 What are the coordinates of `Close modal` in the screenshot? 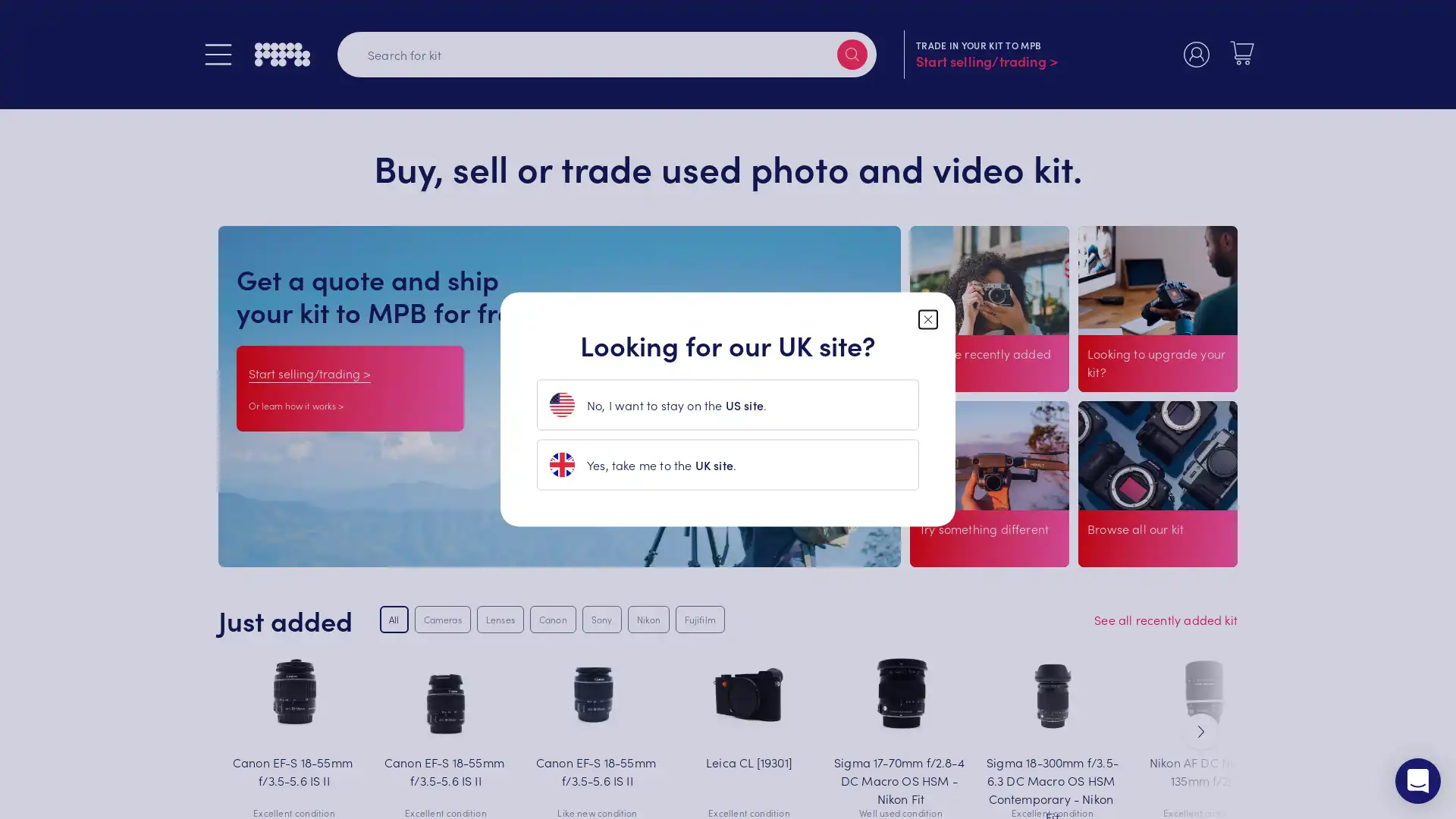 It's located at (927, 318).